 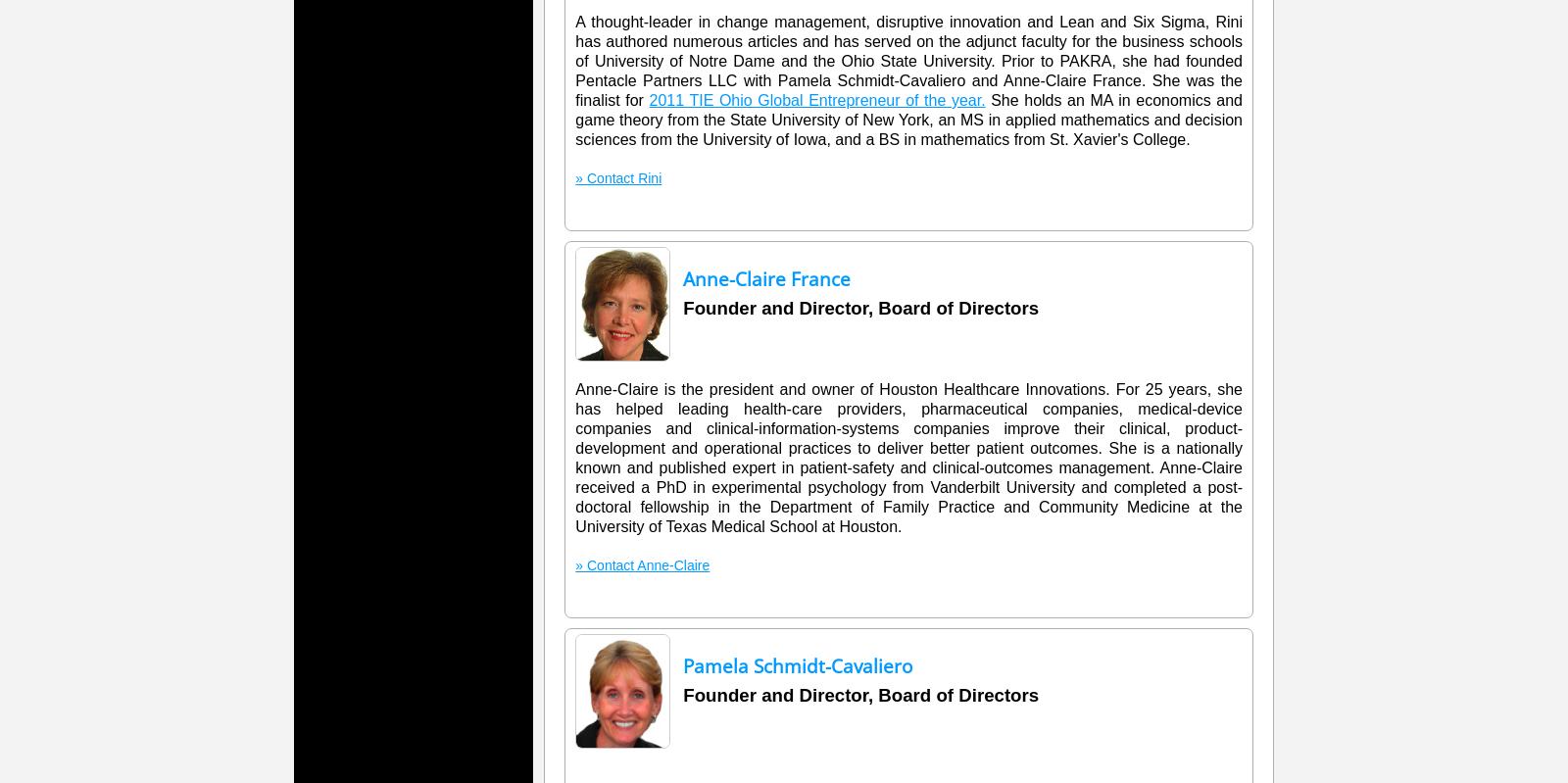 What do you see at coordinates (574, 428) in the screenshot?
I see `'Anne-Claire is the president and owner of Houston Healthcare Innovations. For 25 years, she has helped leading health-care providers, pharmaceutical companies, medical-device companies and clinical-information-systems companies improve their clinical, product-development and operational practices to deliver better patient outcomes. She is a nationally known and published expert in patient-safety and clinical-outcomes management.'` at bounding box center [574, 428].